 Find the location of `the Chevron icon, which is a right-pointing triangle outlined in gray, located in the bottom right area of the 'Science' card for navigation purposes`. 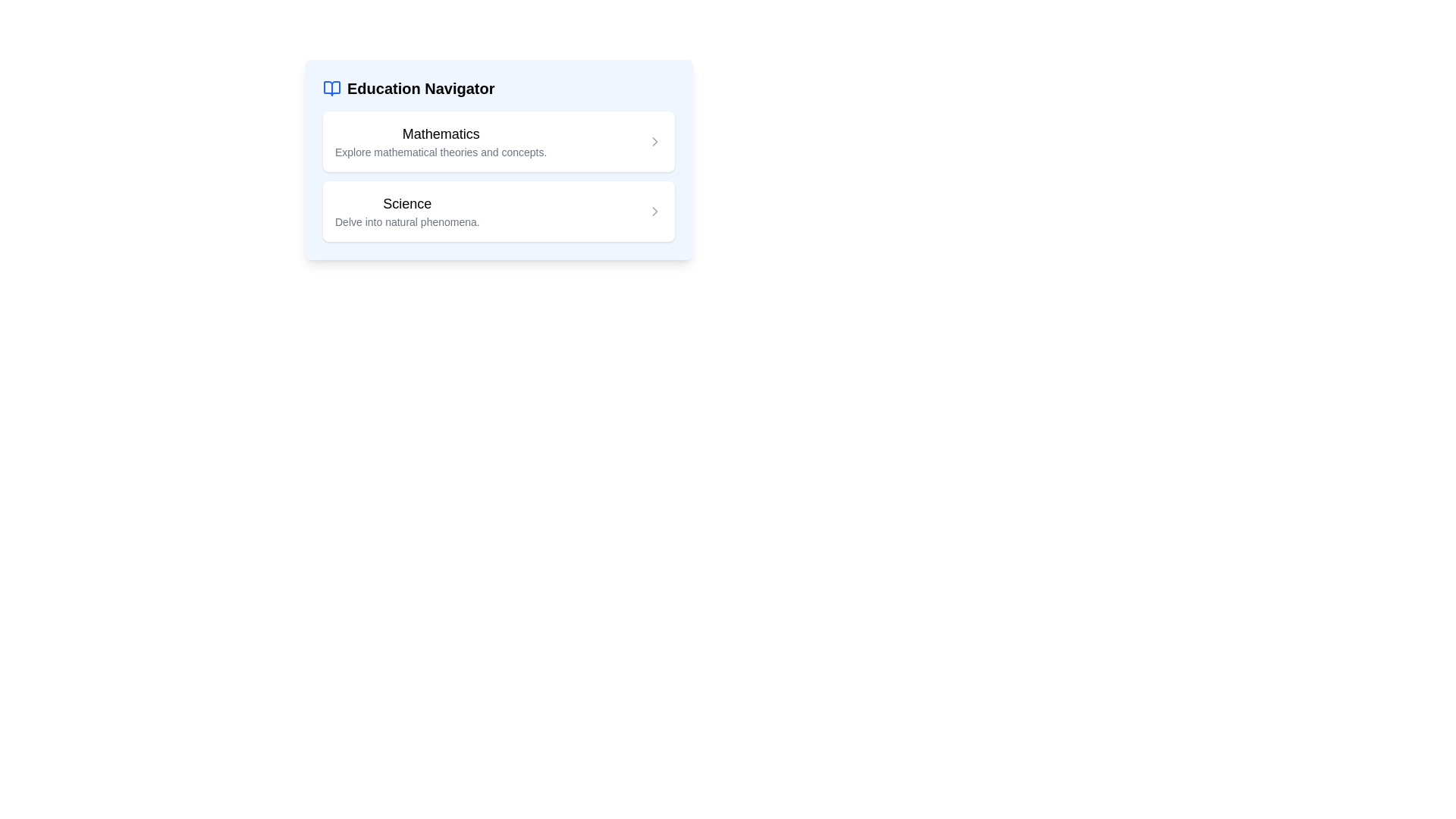

the Chevron icon, which is a right-pointing triangle outlined in gray, located in the bottom right area of the 'Science' card for navigation purposes is located at coordinates (655, 211).